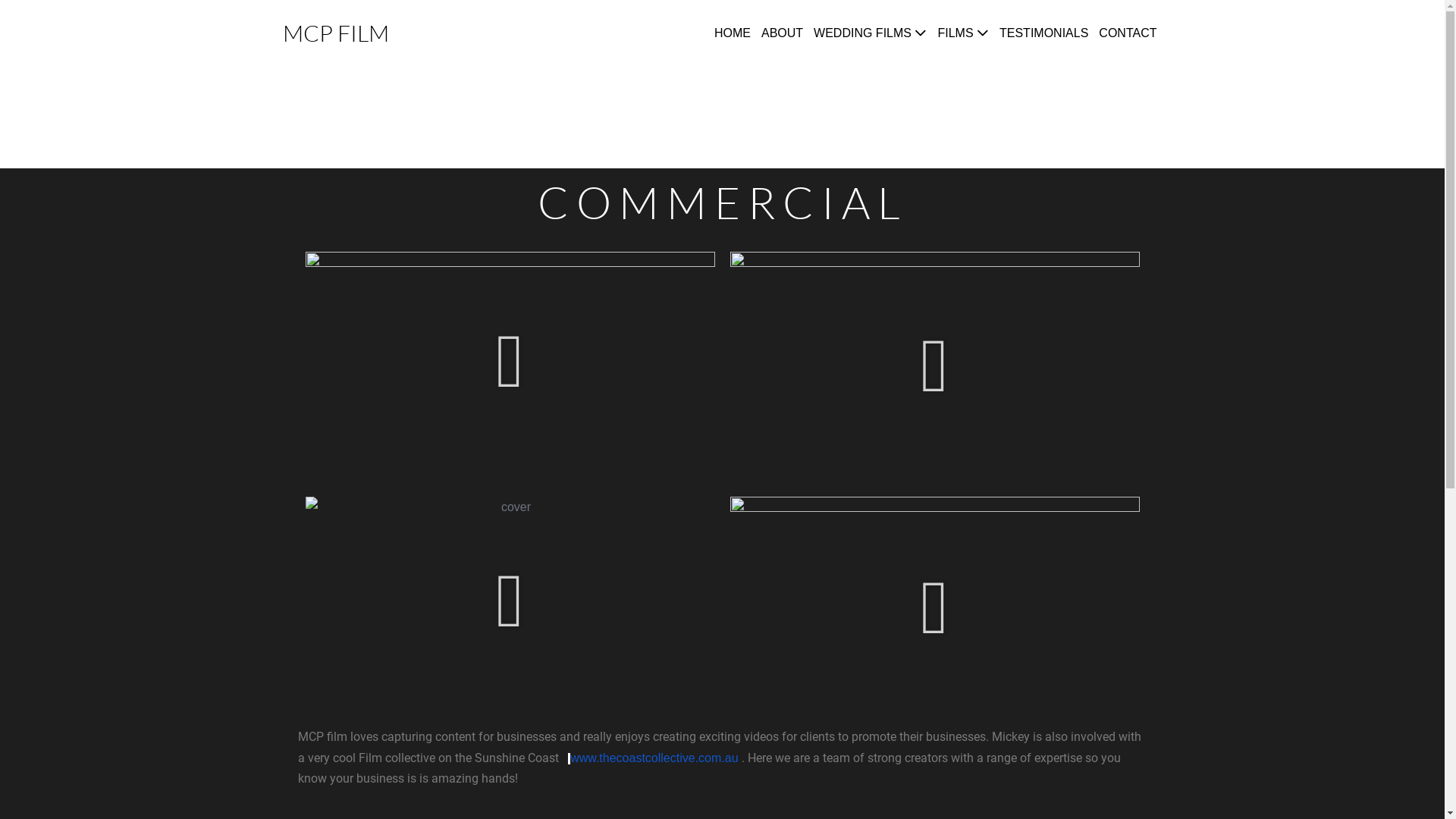 This screenshot has height=819, width=1456. What do you see at coordinates (334, 33) in the screenshot?
I see `'MCP FILM'` at bounding box center [334, 33].